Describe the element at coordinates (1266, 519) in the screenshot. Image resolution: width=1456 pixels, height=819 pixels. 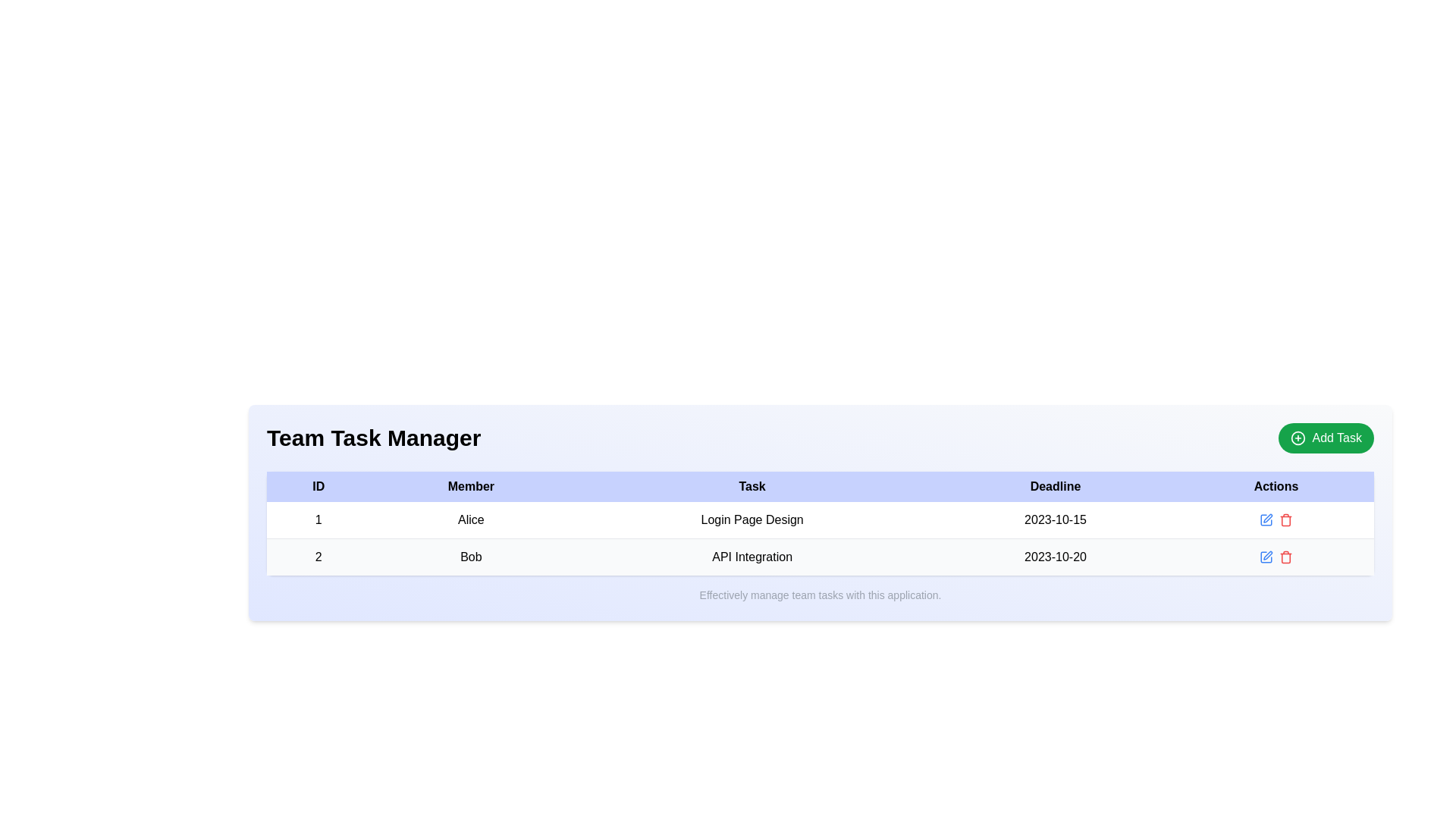
I see `the edit button (pencil icon) located in the 'Actions' column of the first row in the 'Team Task Manager' section` at that location.